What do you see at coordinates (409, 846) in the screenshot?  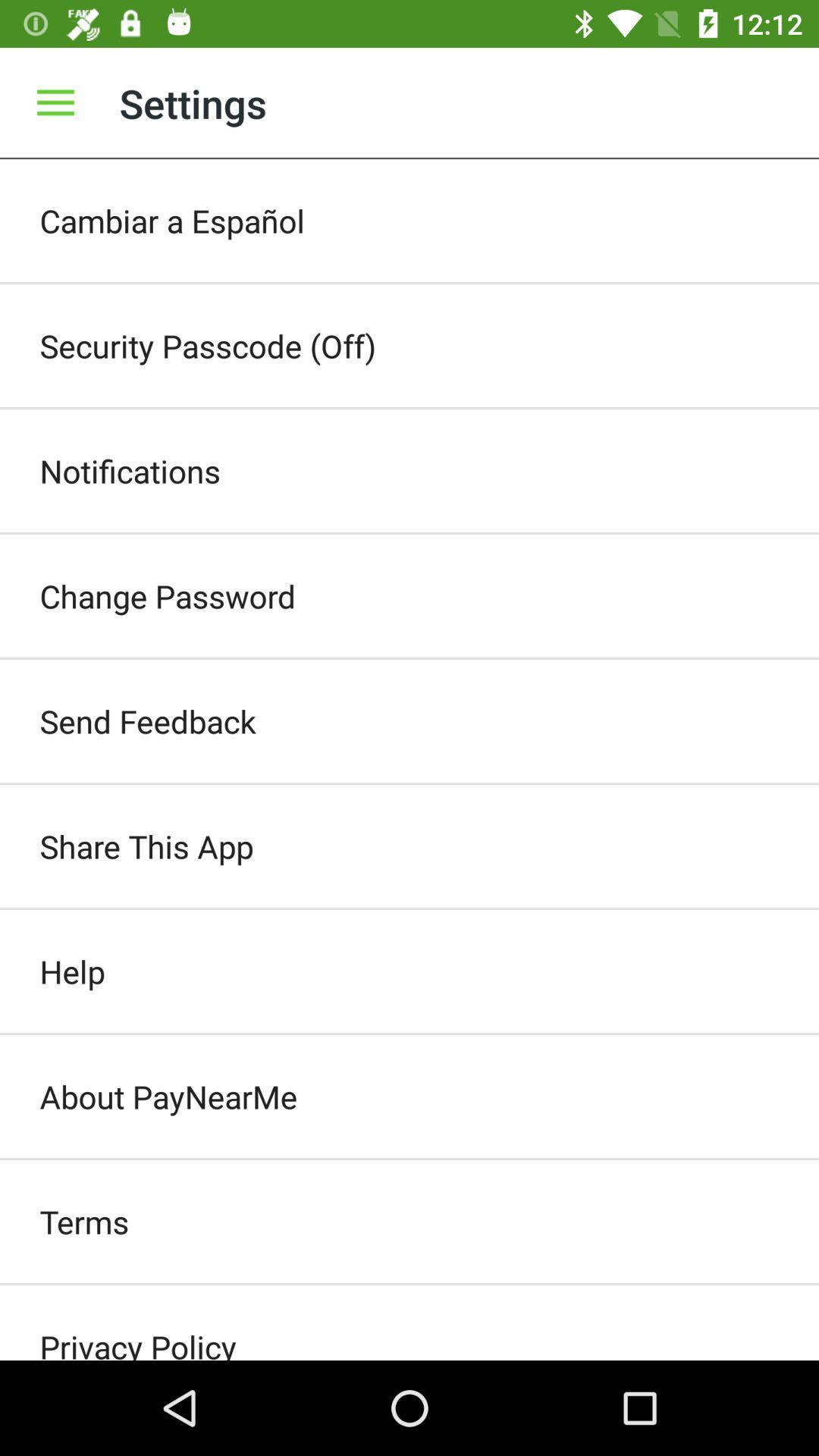 I see `share this app icon` at bounding box center [409, 846].